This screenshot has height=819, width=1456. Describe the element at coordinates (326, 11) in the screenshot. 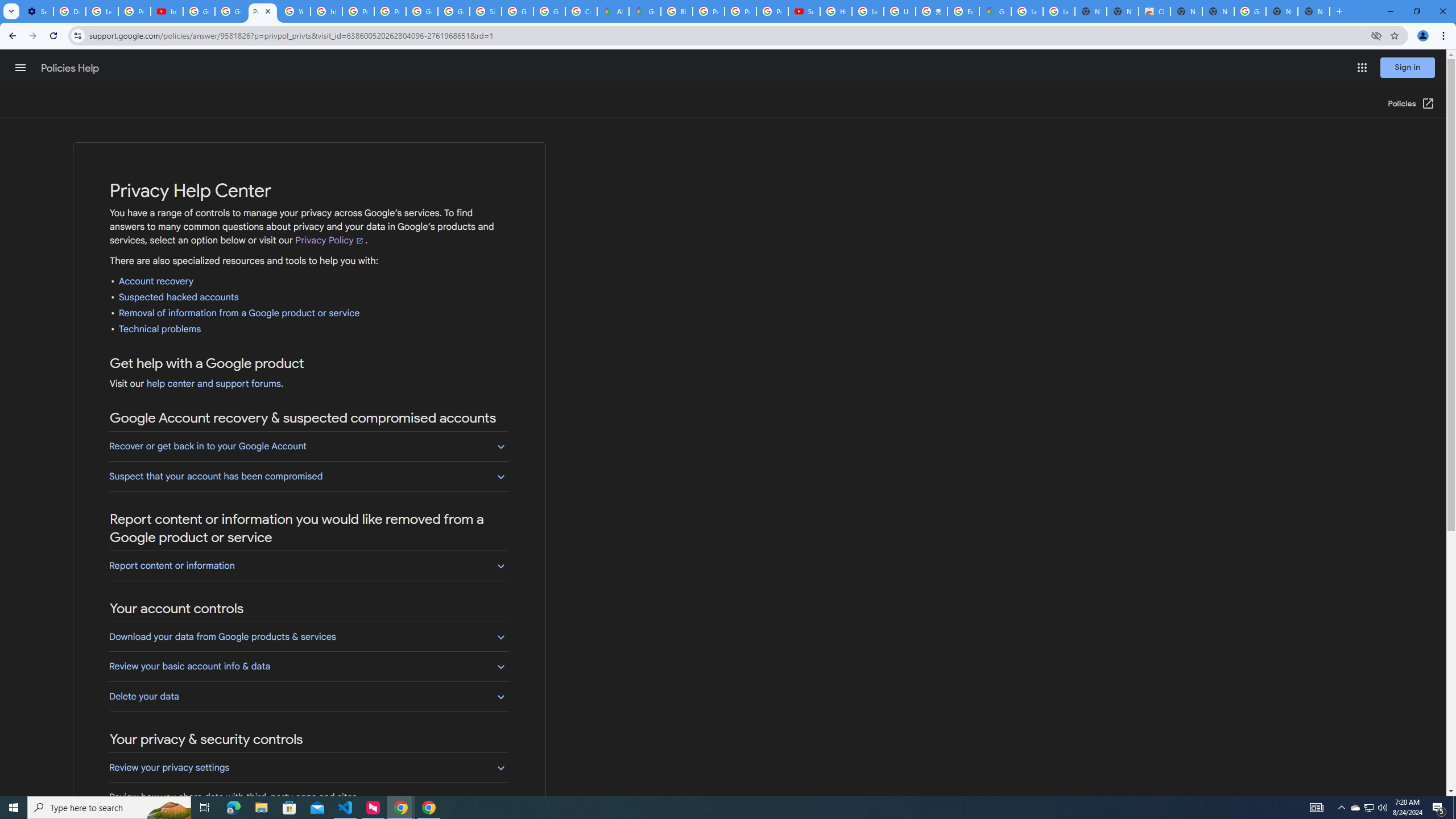

I see `'https://scholar.google.com/'` at that location.